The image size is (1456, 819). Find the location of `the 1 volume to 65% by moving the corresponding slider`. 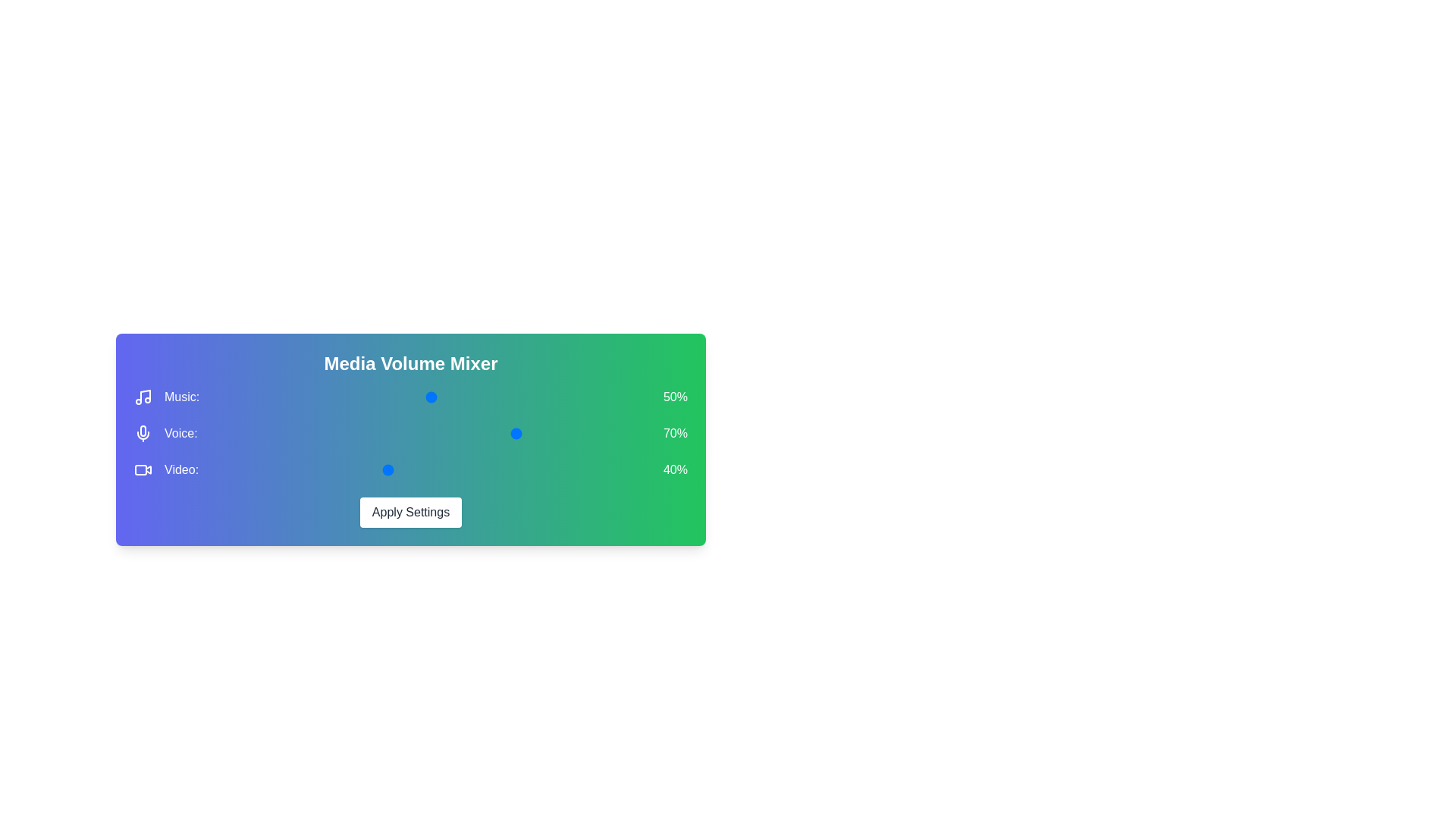

the 1 volume to 65% by moving the corresponding slider is located at coordinates (573, 433).